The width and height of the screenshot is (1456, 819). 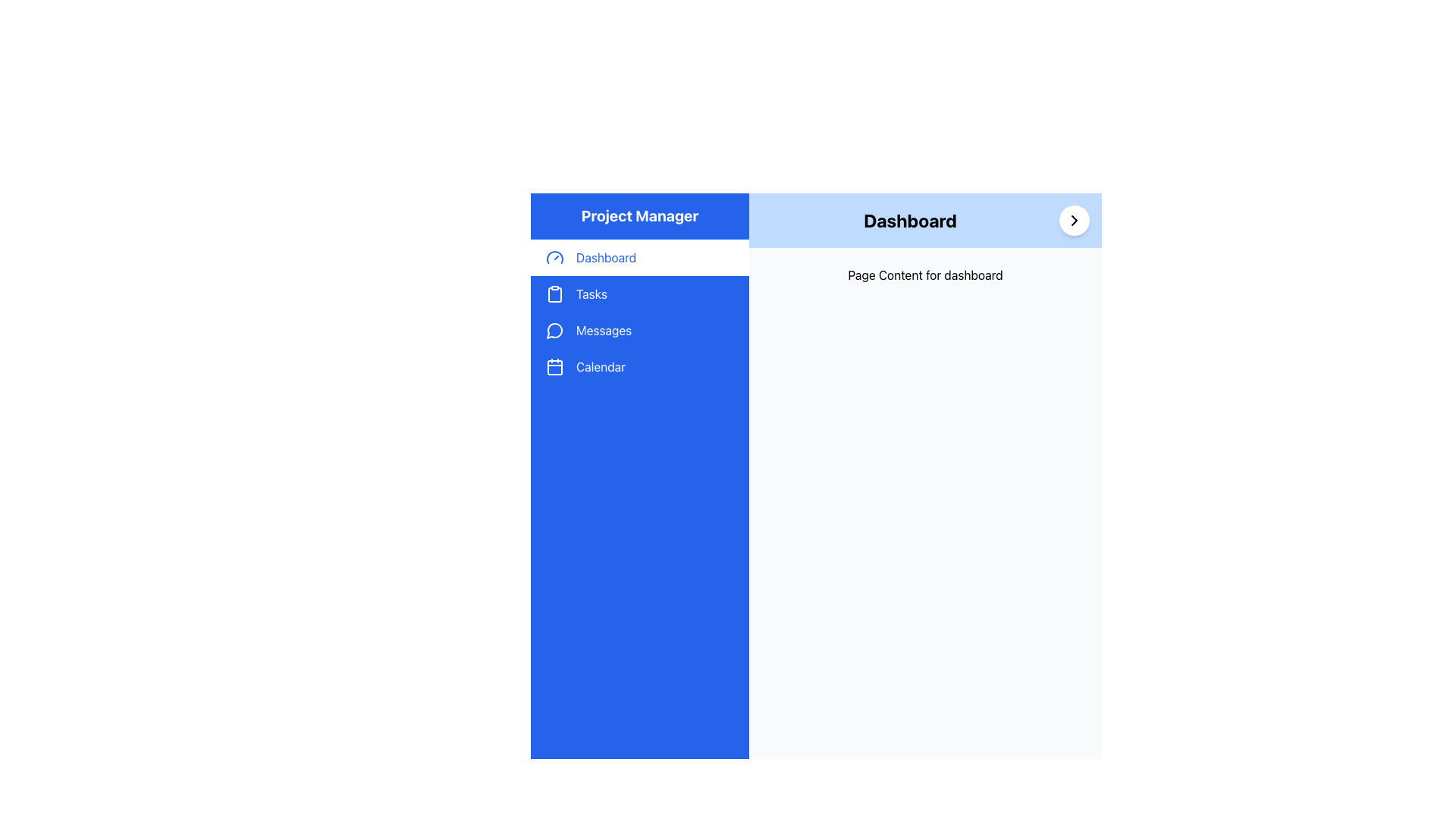 I want to click on the 'Tasks' navigation label and button located in the sidebar, which is positioned under the 'Dashboard' and above the 'Messages' menu items, so click(x=591, y=294).